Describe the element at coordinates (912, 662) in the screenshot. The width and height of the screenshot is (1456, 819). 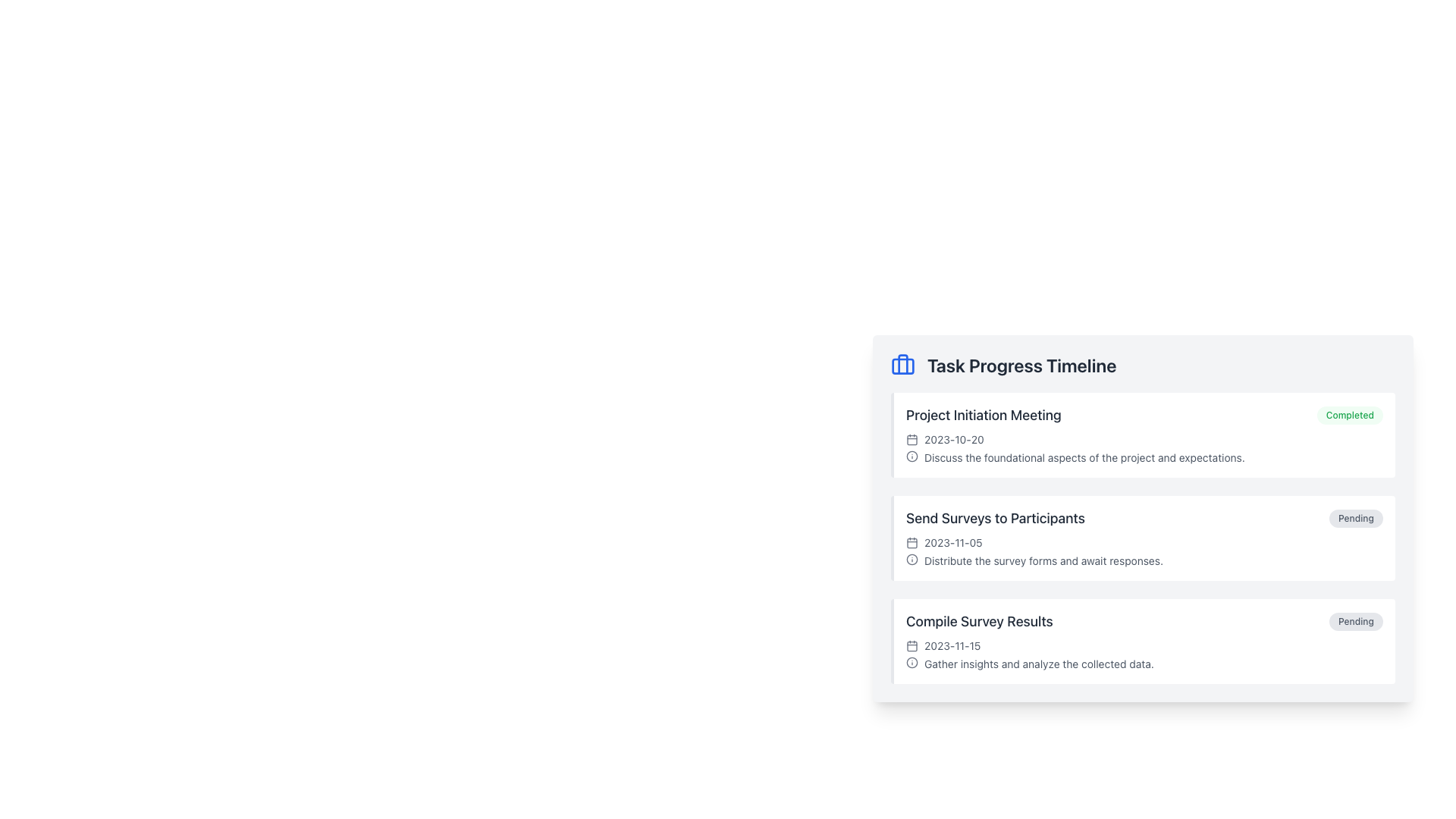
I see `the SVG Circle element that visually signifies the importance of 'Gather insights and analyze the collected data' located next to the 'Compile Survey Results' section in the 'Task Progress Timeline'` at that location.